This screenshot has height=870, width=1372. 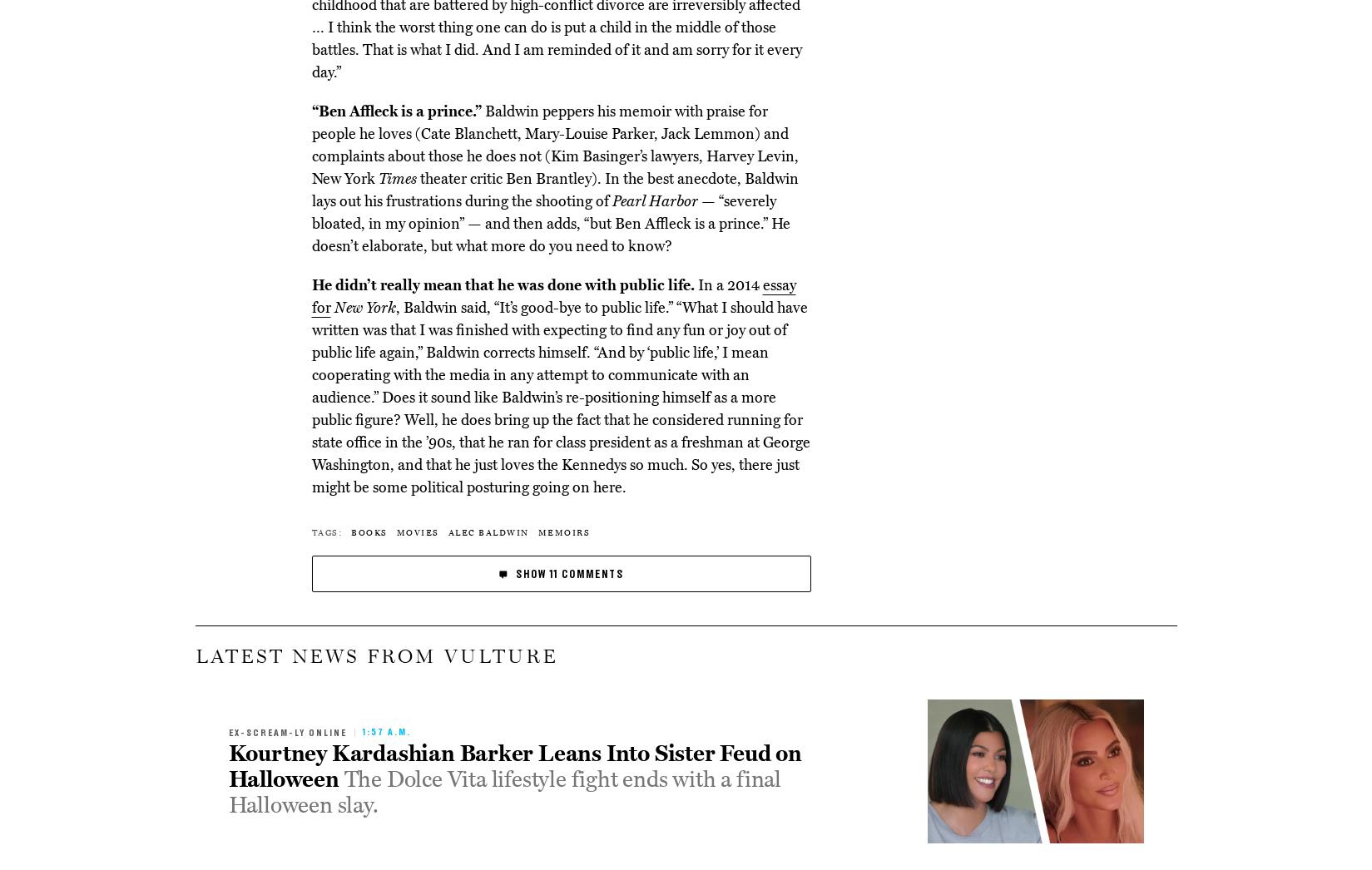 I want to click on 'In a 2014', so click(x=728, y=284).